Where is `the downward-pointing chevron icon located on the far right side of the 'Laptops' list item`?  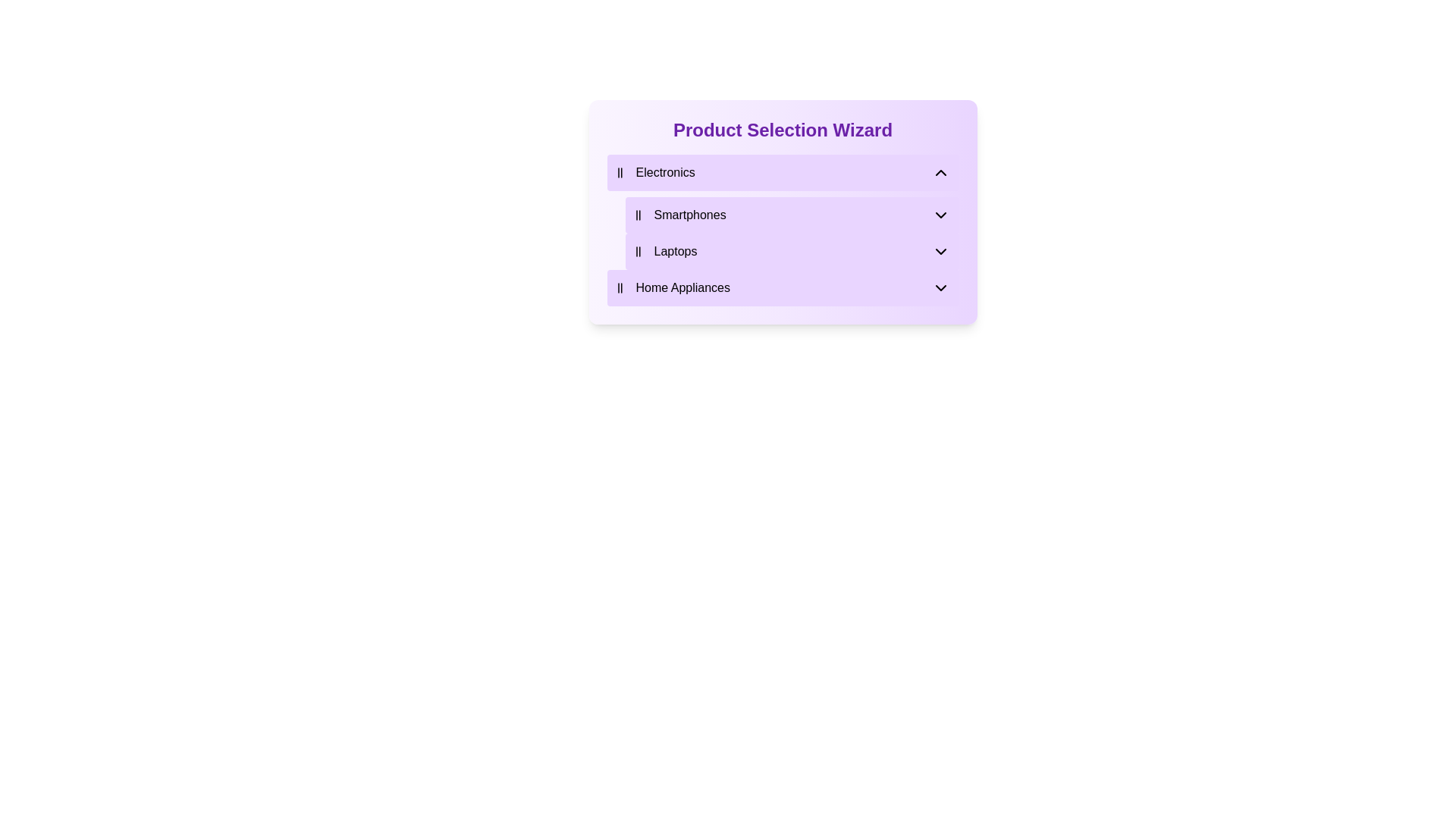 the downward-pointing chevron icon located on the far right side of the 'Laptops' list item is located at coordinates (940, 250).